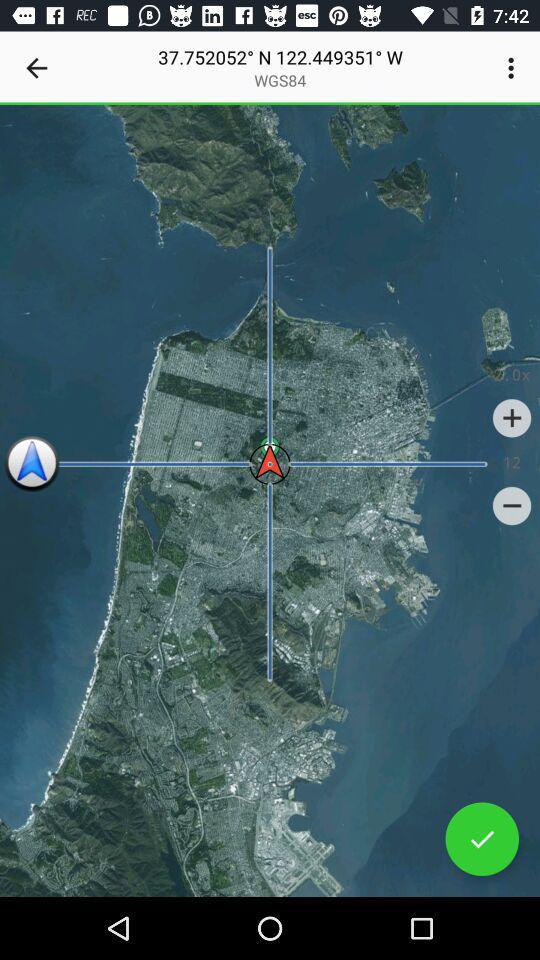 The image size is (540, 960). What do you see at coordinates (31, 464) in the screenshot?
I see `the navigation icon` at bounding box center [31, 464].